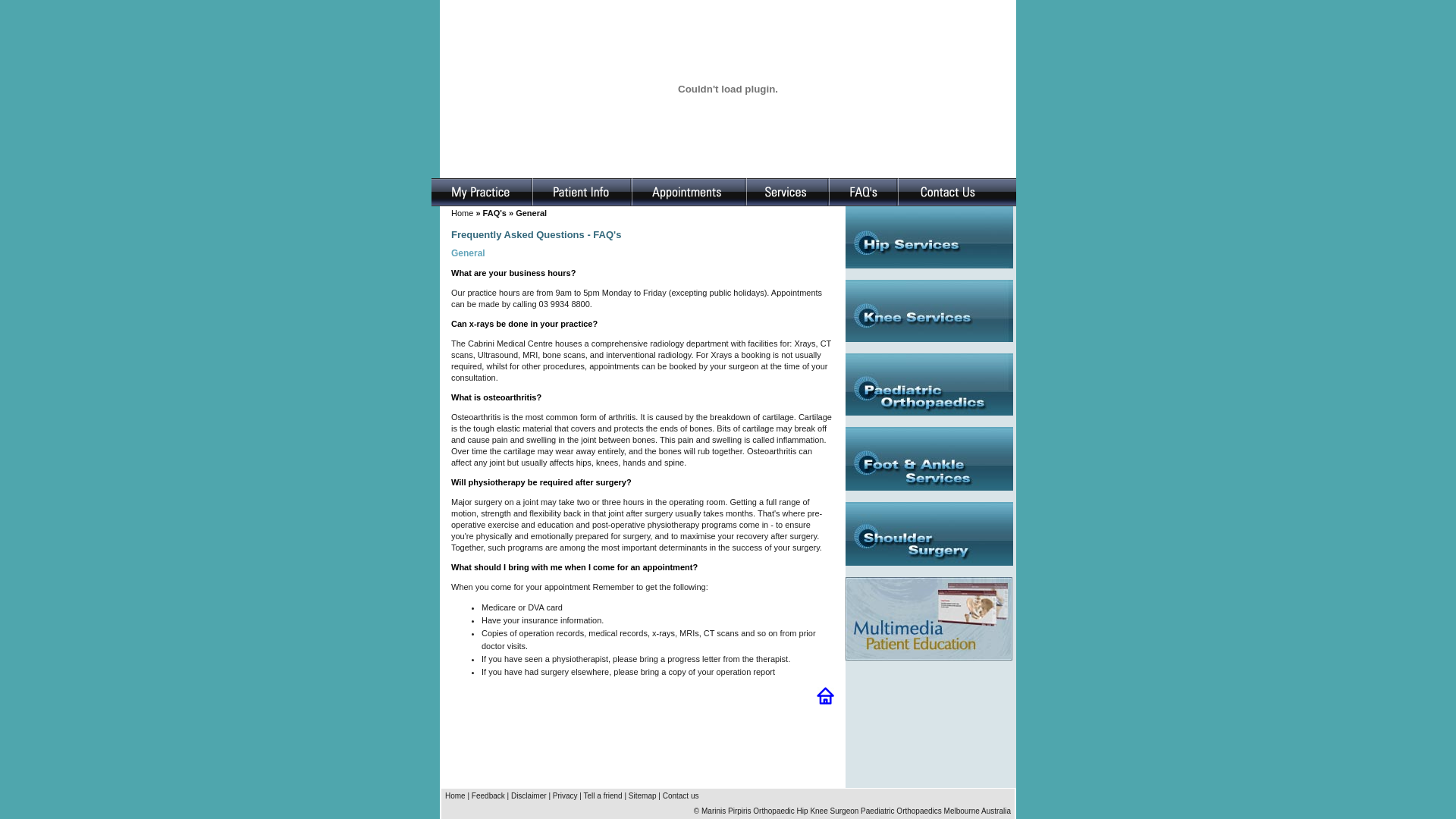 The width and height of the screenshot is (1456, 819). What do you see at coordinates (679, 795) in the screenshot?
I see `'Contact us'` at bounding box center [679, 795].